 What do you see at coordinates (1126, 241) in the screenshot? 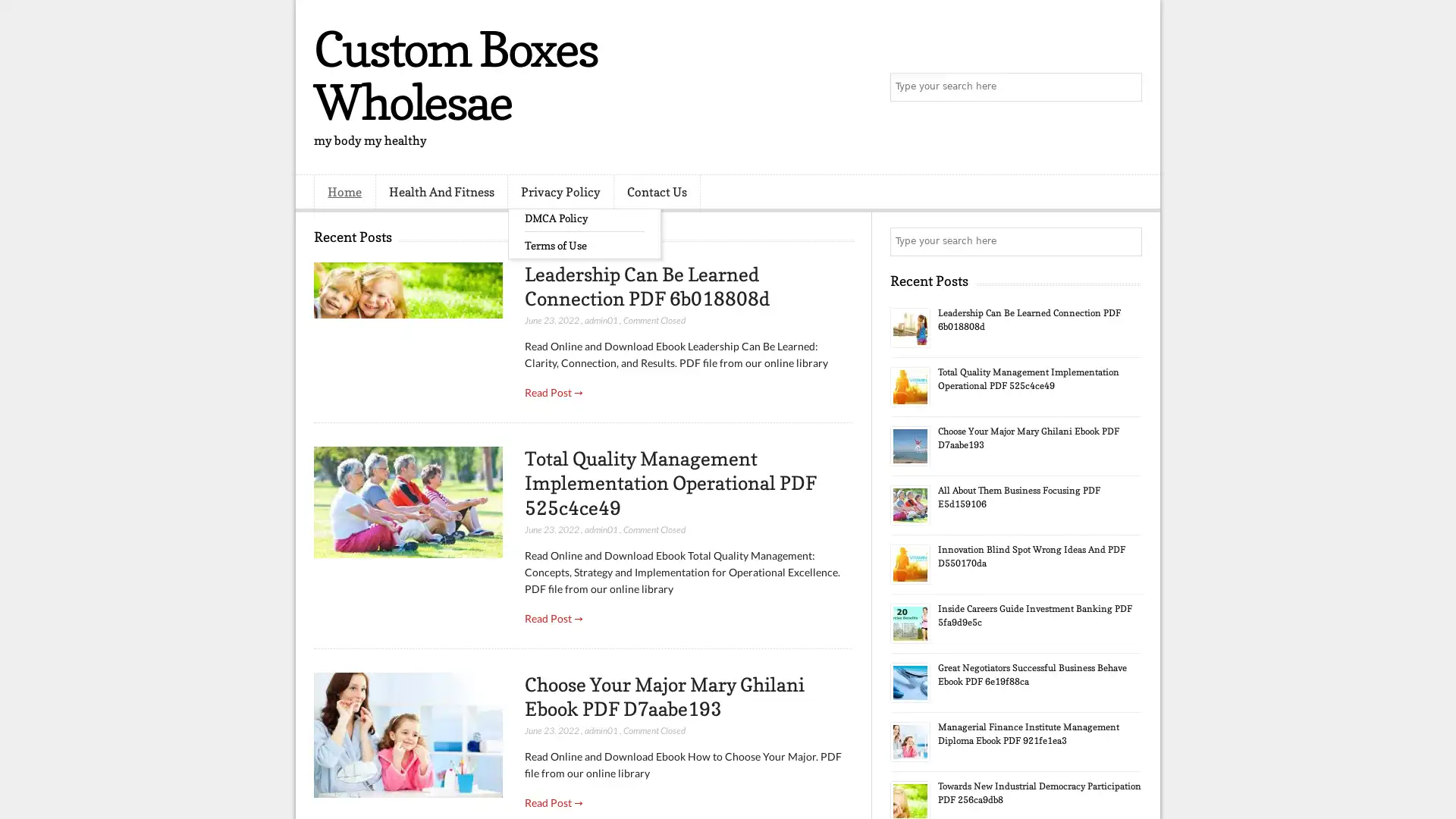
I see `Search` at bounding box center [1126, 241].